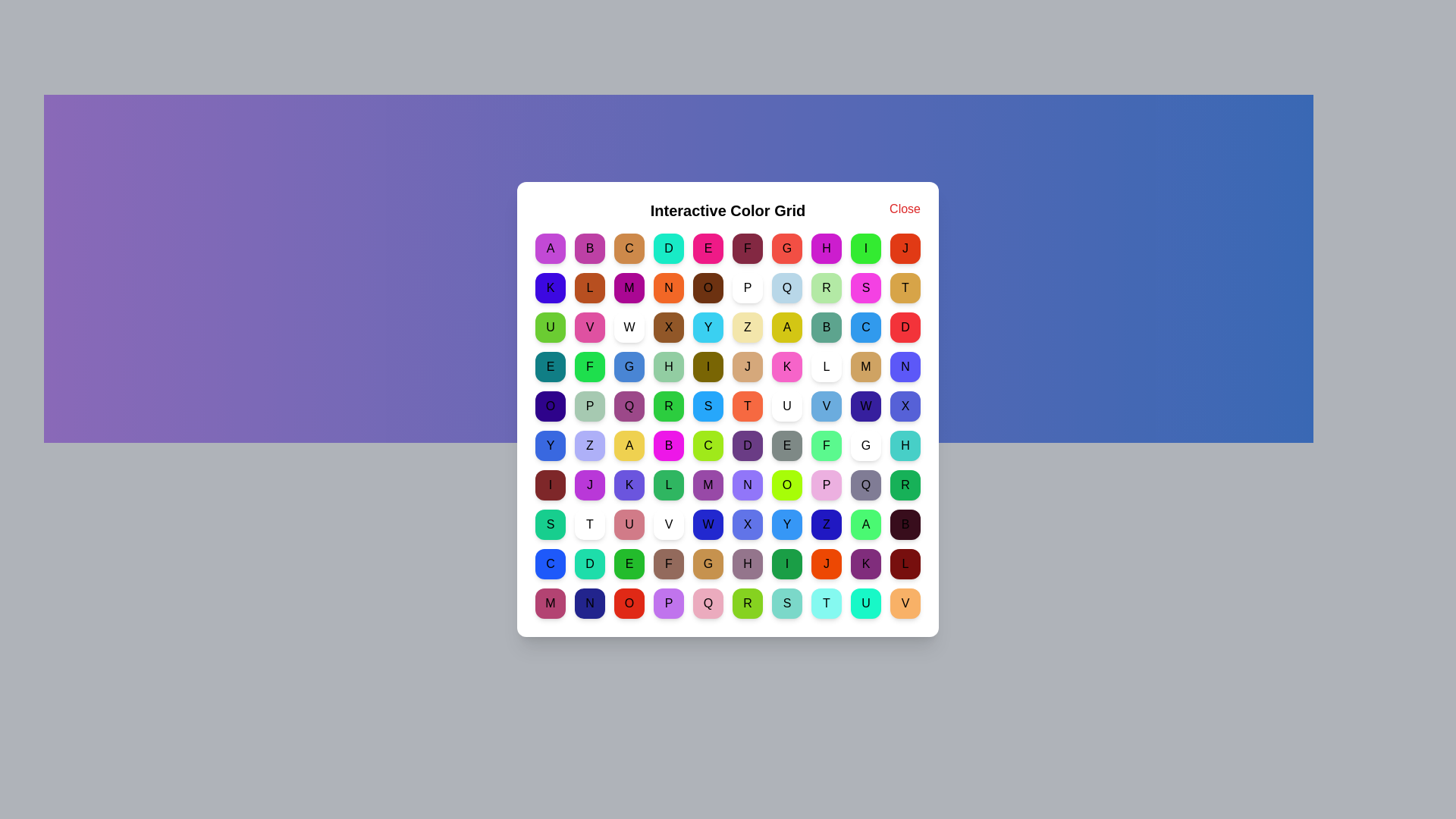  Describe the element at coordinates (905, 288) in the screenshot. I see `the grid cell labeled T to view its color message` at that location.